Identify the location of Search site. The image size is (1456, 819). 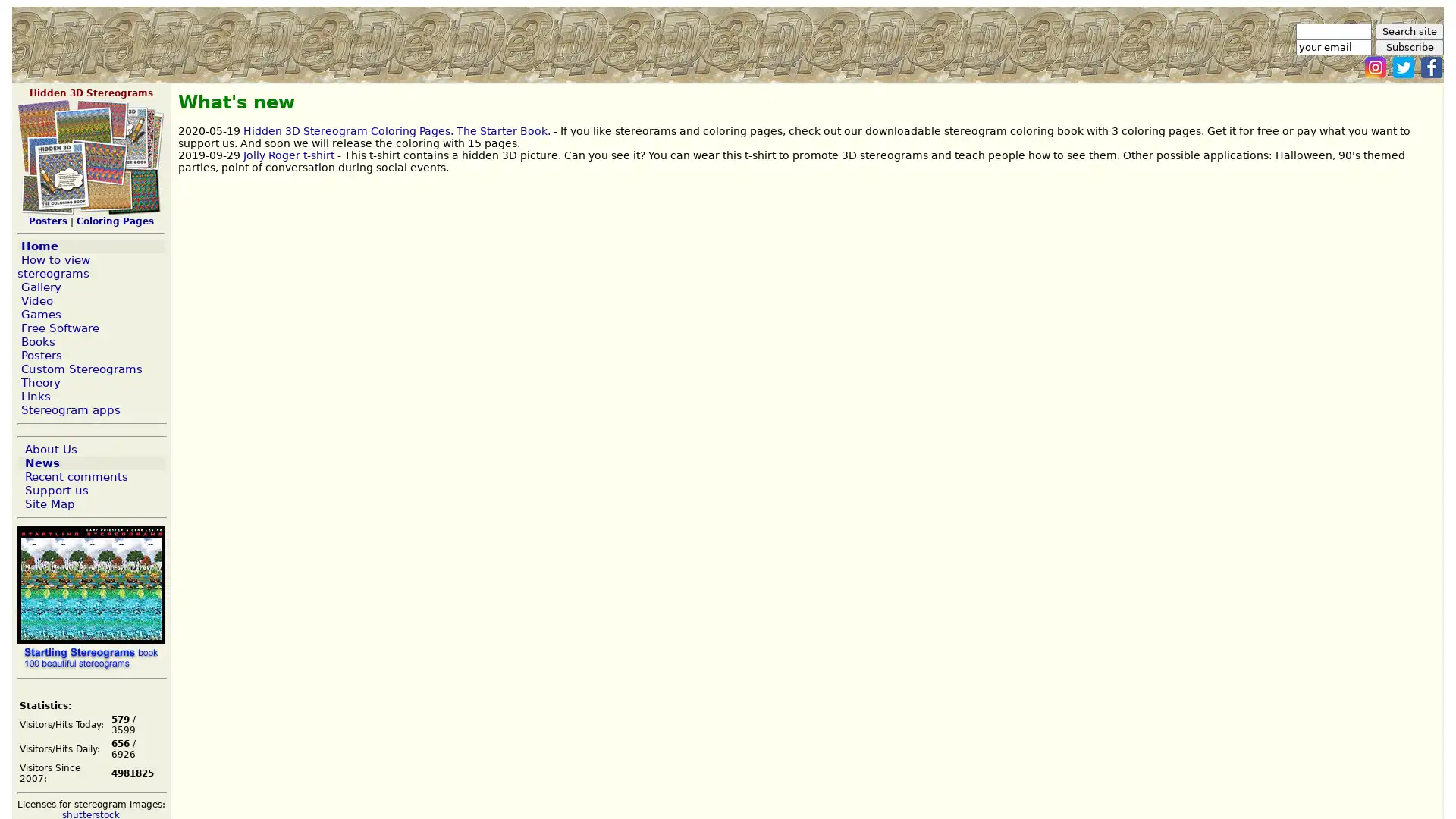
(1408, 31).